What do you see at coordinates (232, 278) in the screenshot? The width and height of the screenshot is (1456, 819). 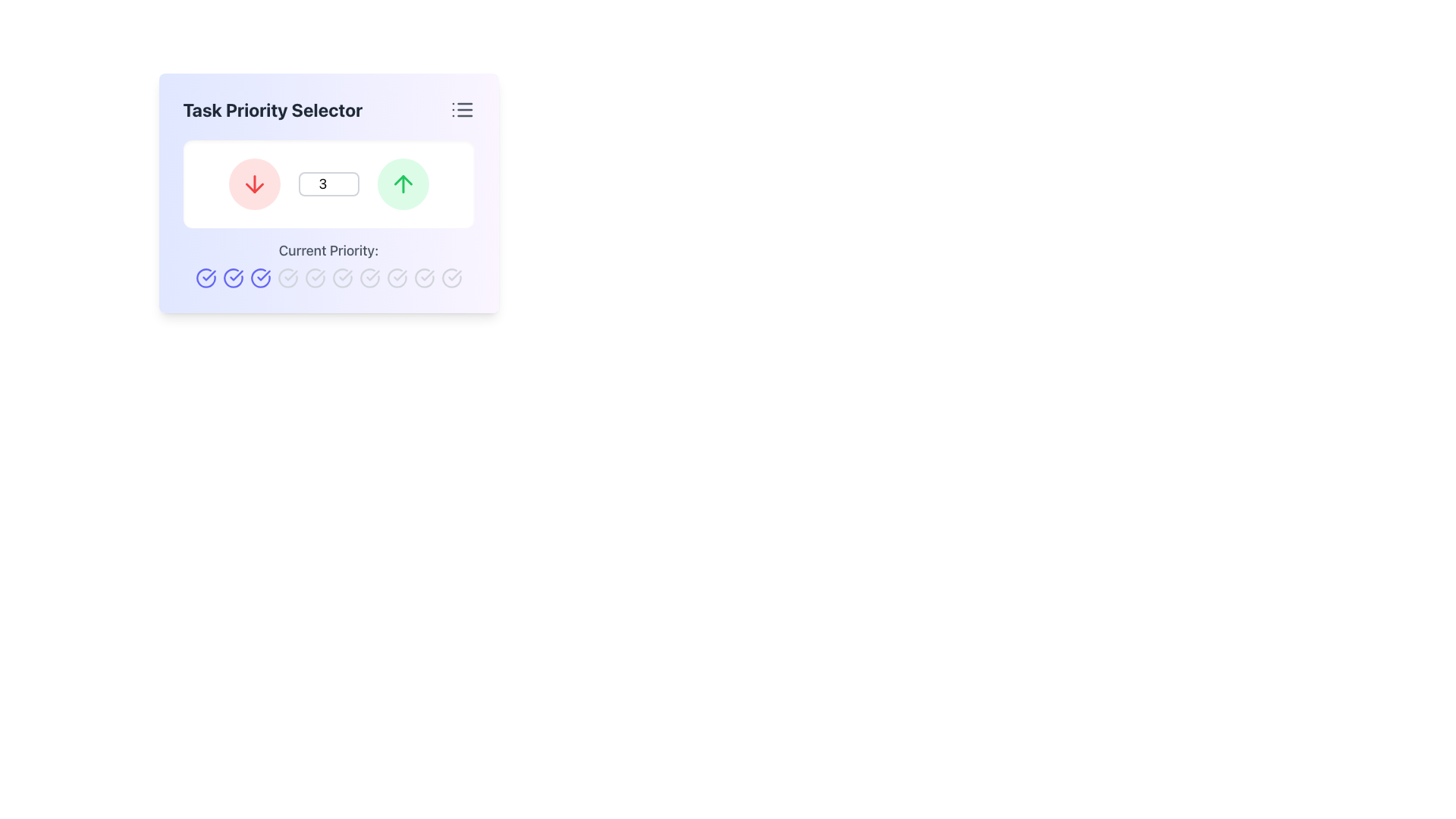 I see `the third circular icon from the left in the 'Task Priority Selector' section` at bounding box center [232, 278].